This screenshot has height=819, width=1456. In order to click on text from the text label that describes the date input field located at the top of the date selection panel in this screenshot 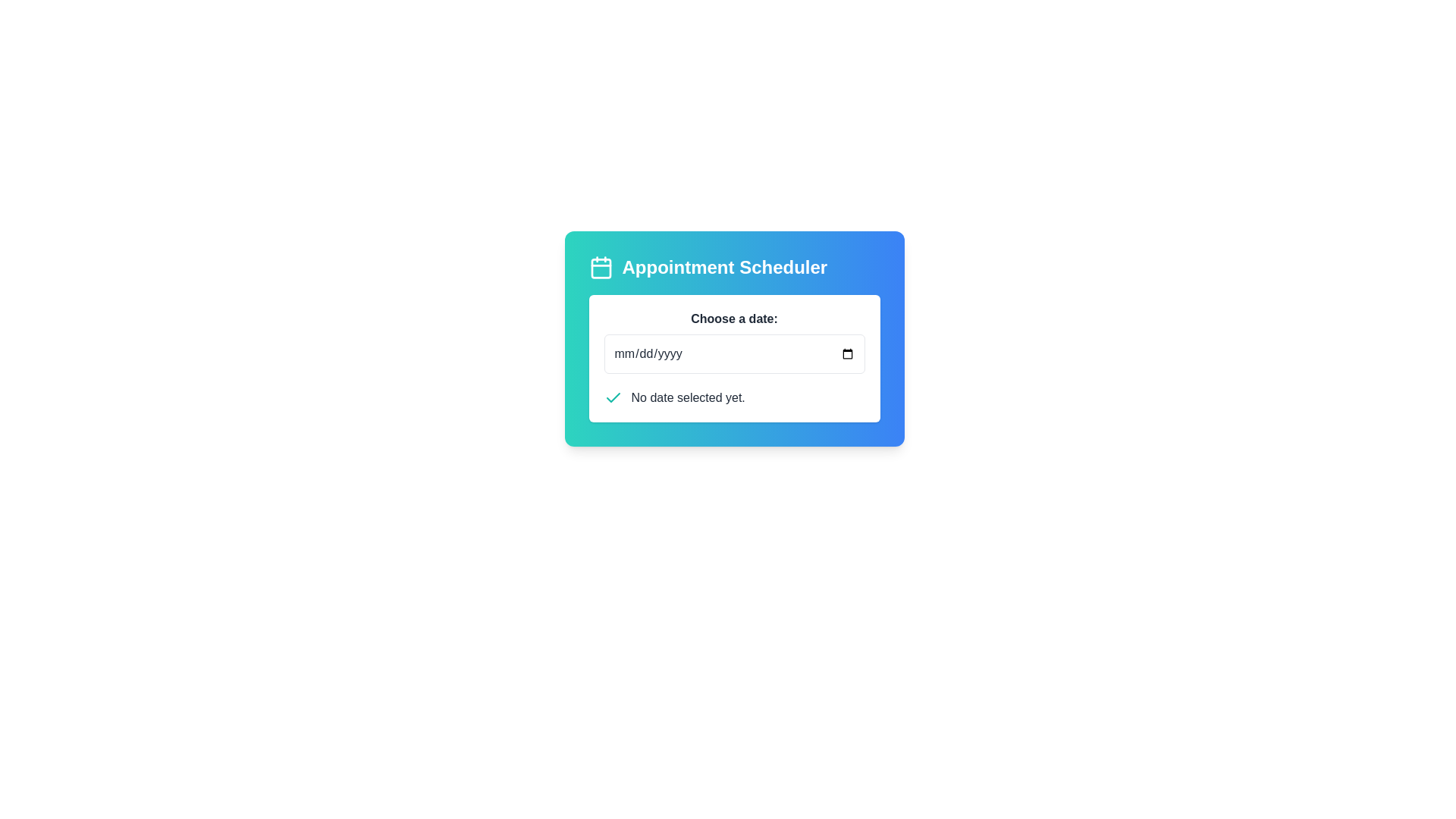, I will do `click(734, 318)`.